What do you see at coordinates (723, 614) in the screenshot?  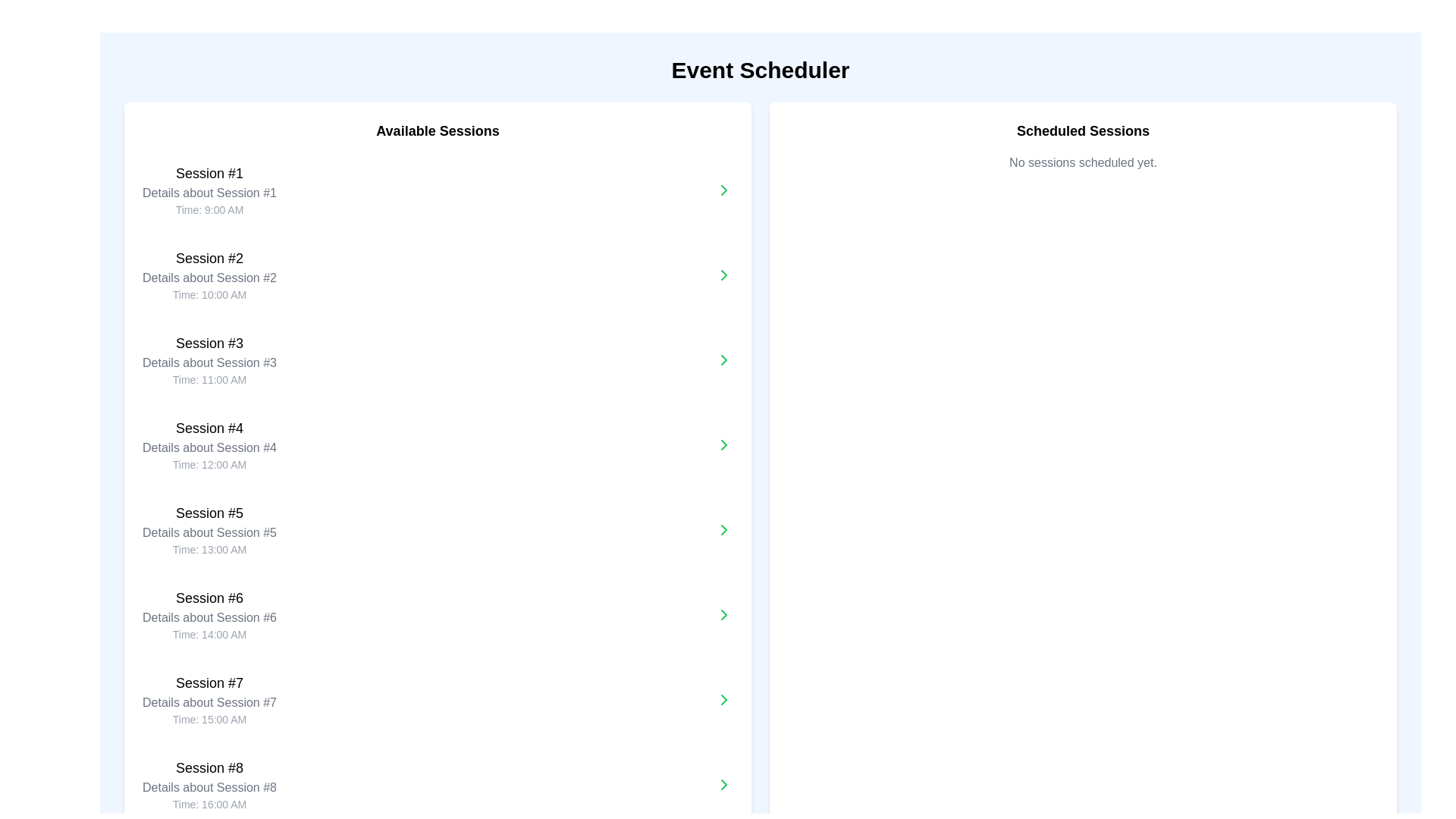 I see `the small right-facing arrow icon with a green border associated with 'Session #6' in the left panel labeled 'Available Sessions'` at bounding box center [723, 614].